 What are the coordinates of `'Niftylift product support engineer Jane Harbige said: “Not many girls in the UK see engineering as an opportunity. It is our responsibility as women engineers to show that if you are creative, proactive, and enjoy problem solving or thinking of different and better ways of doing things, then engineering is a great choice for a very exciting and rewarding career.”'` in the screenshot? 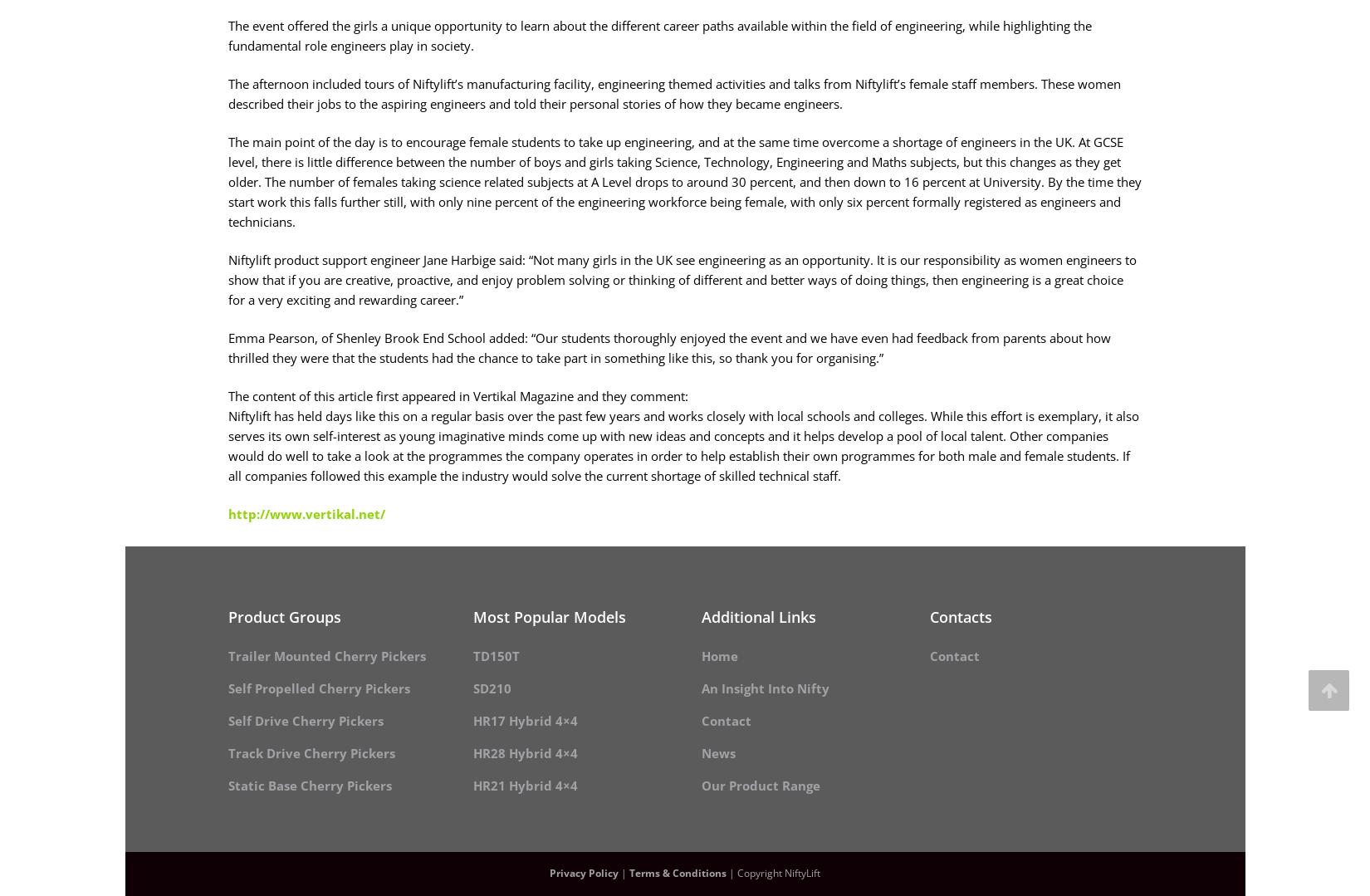 It's located at (682, 279).